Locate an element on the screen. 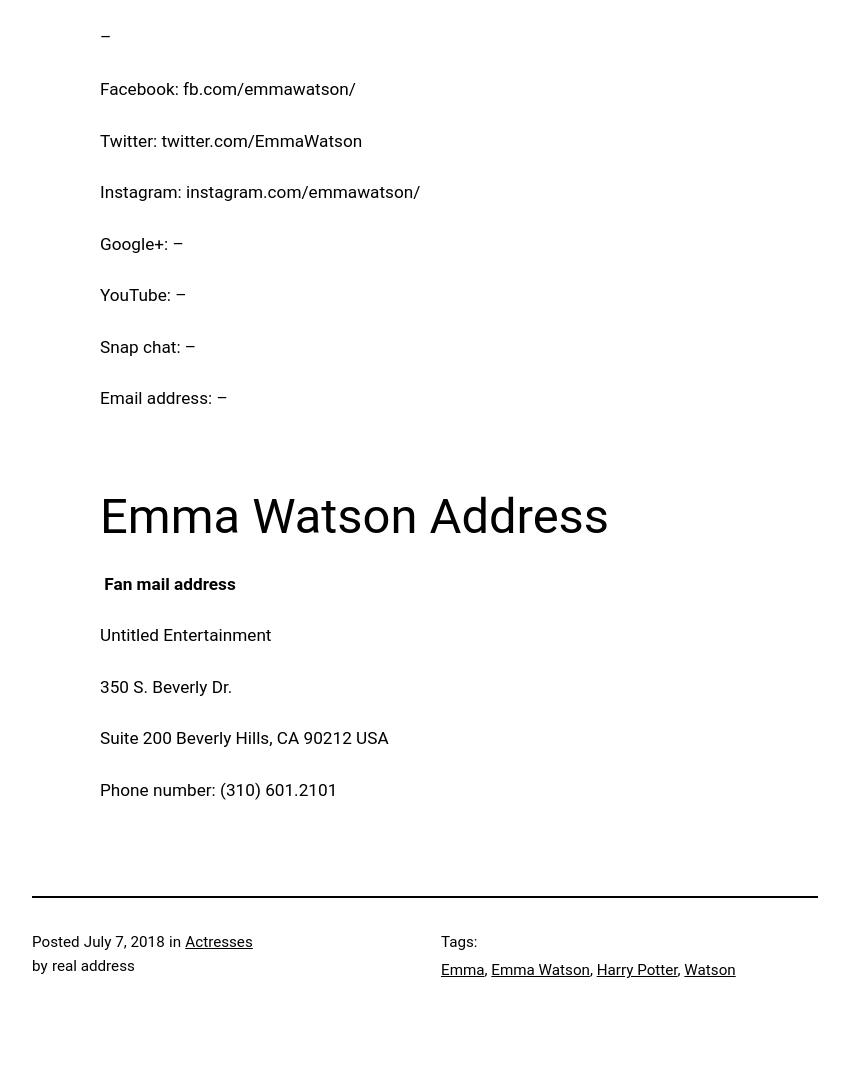 This screenshot has width=850, height=1074. 'Emma Watson' is located at coordinates (539, 969).